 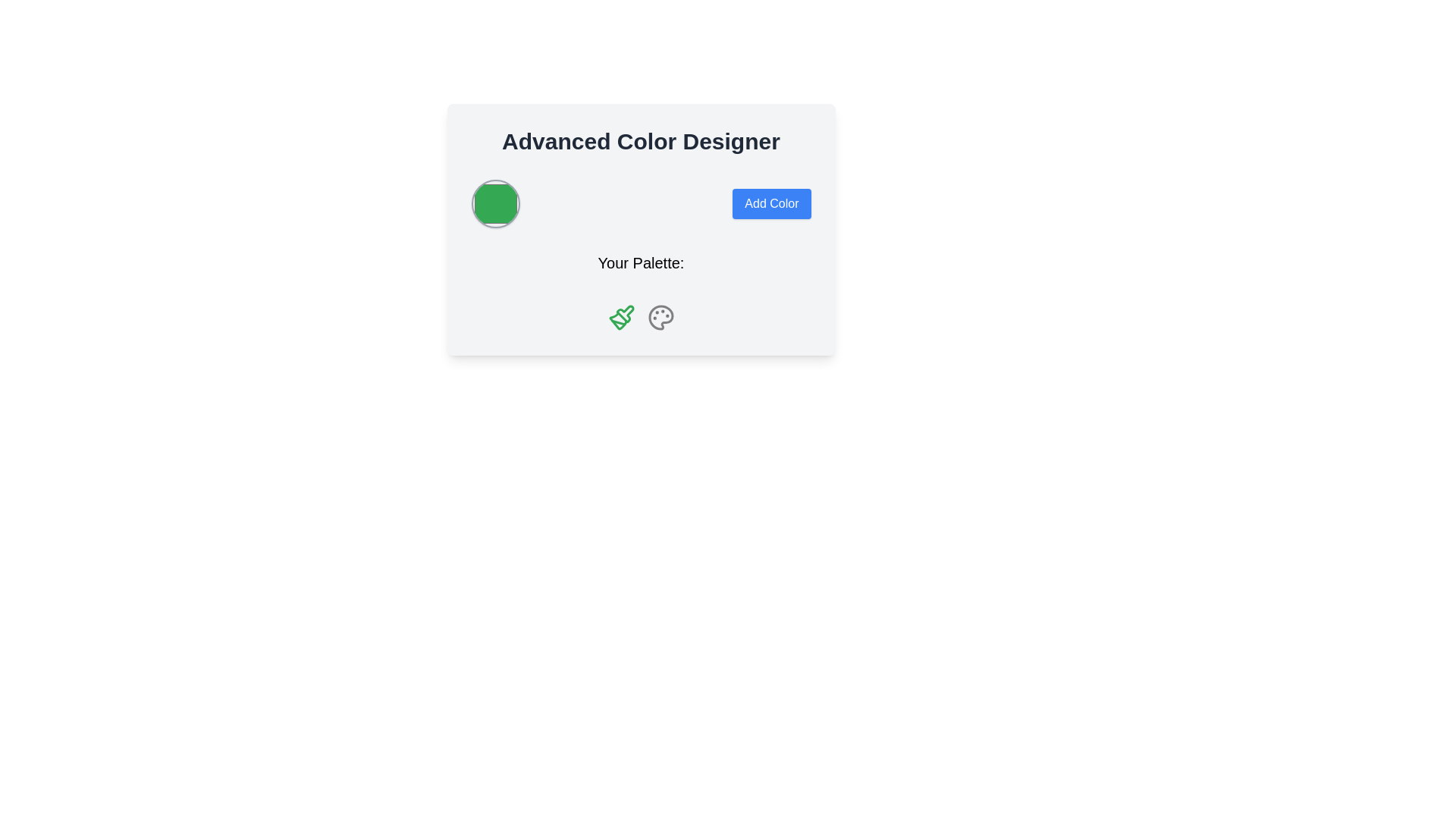 I want to click on the green circular Color Swatch, which has a gray outline and shadow effect, so click(x=495, y=203).